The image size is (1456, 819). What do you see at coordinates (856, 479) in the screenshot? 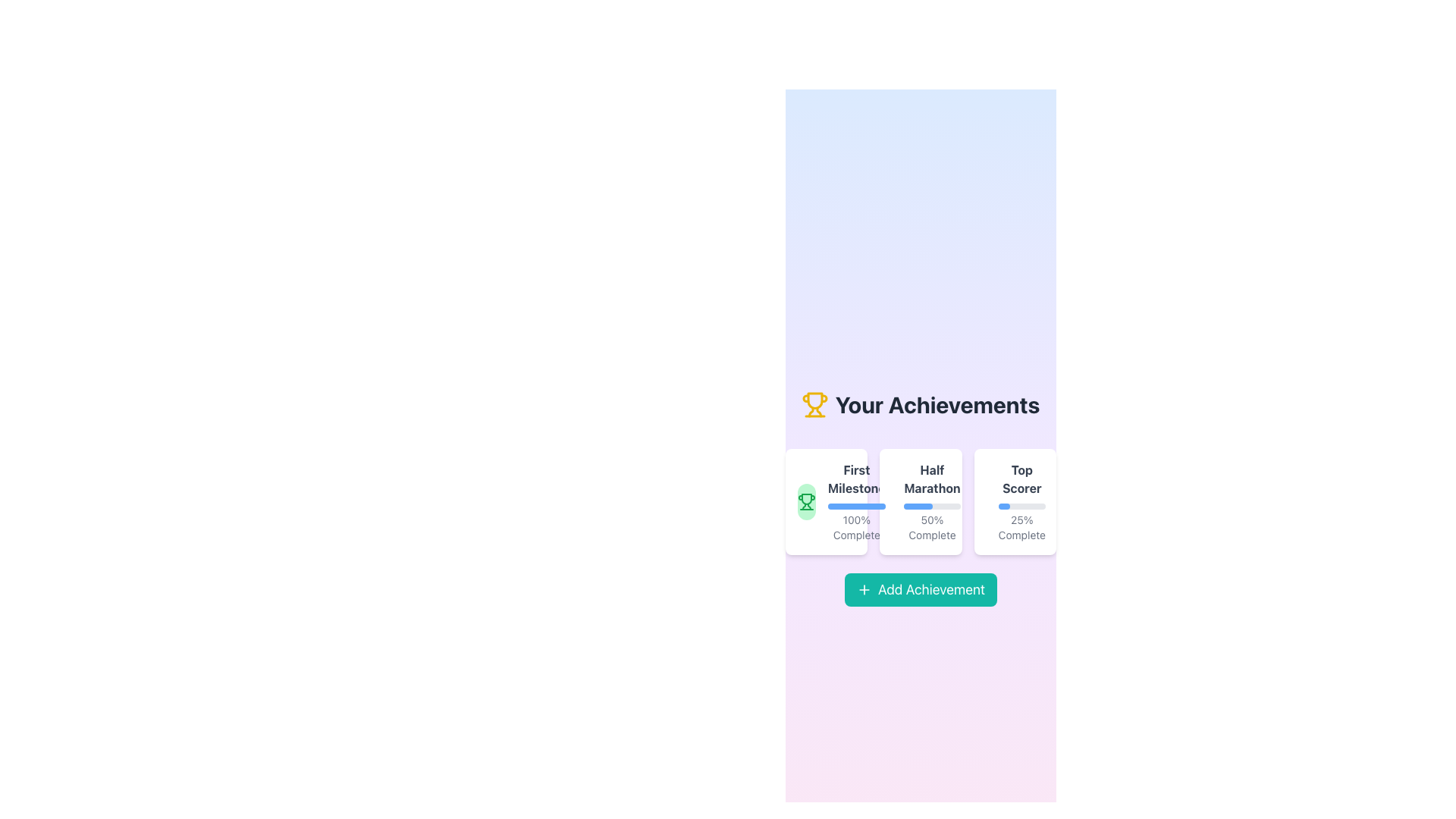
I see `the label that describes the milestone represented by the achievement card, located at the top-left within the card layout, above the progress bar` at bounding box center [856, 479].